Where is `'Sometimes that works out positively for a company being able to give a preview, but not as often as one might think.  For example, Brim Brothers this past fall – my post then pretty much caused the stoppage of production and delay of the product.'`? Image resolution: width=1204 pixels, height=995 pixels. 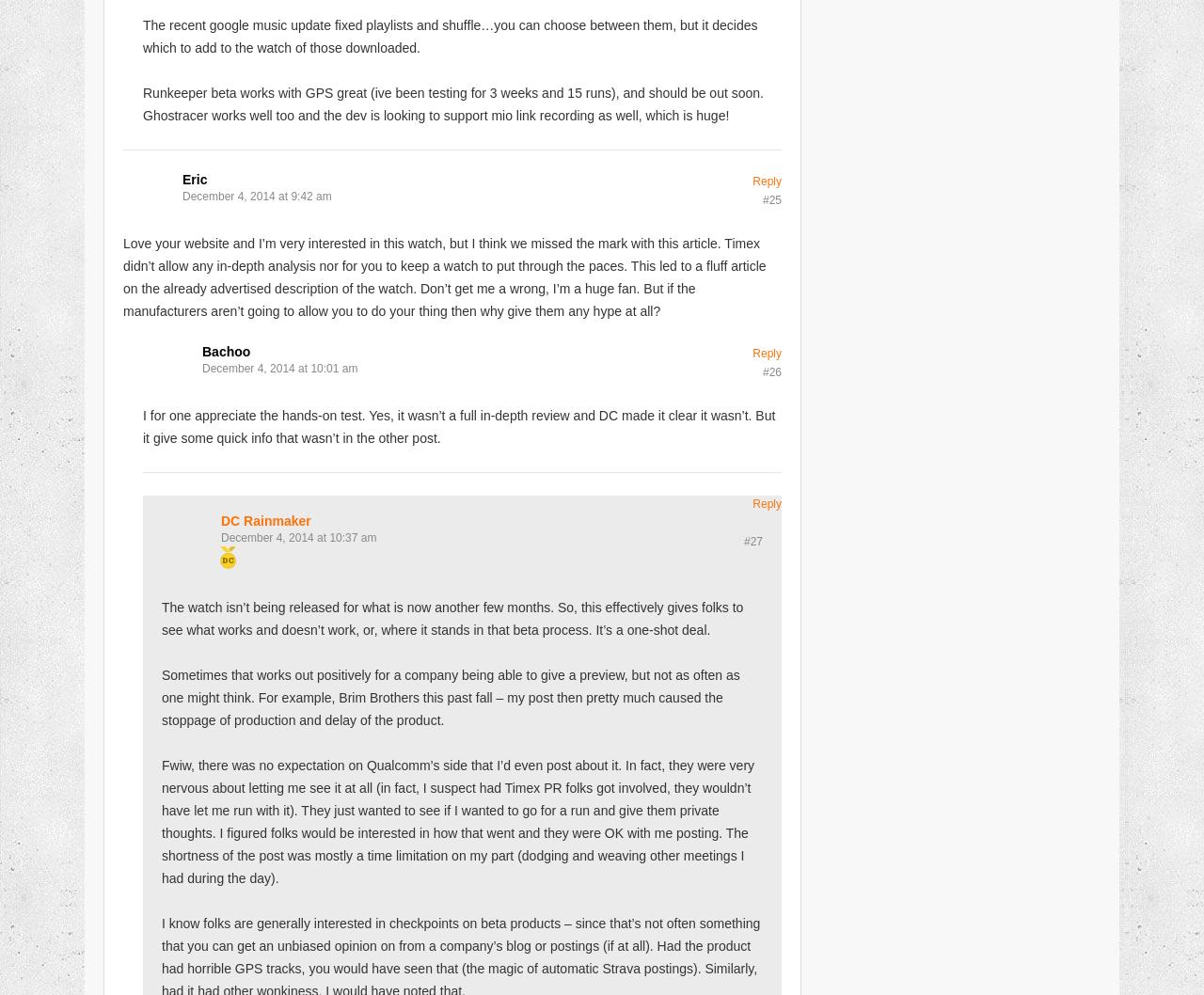 'Sometimes that works out positively for a company being able to give a preview, but not as often as one might think.  For example, Brim Brothers this past fall – my post then pretty much caused the stoppage of production and delay of the product.' is located at coordinates (449, 697).